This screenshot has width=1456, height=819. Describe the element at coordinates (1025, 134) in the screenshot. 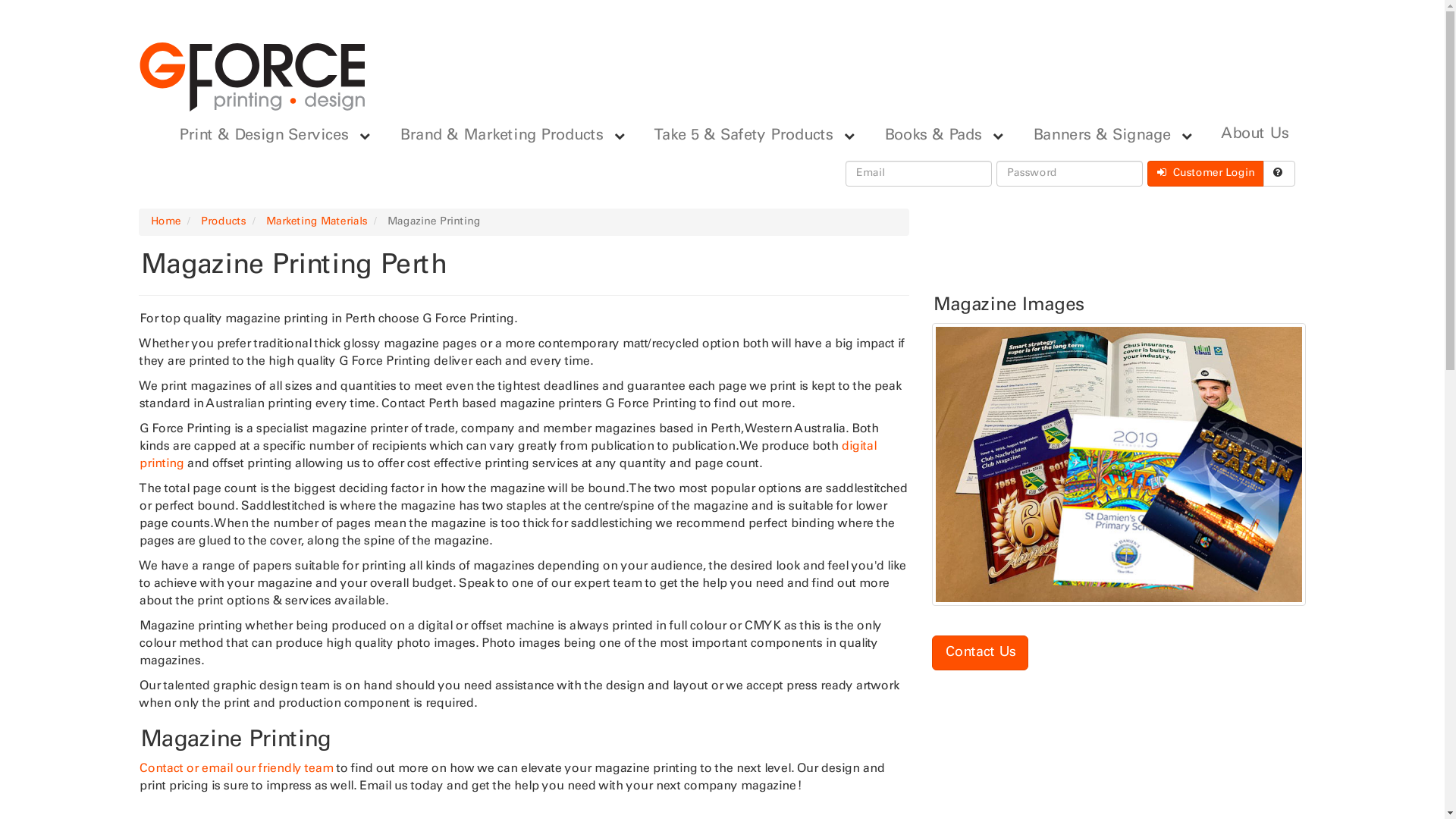

I see `'Banners & Signage'` at that location.